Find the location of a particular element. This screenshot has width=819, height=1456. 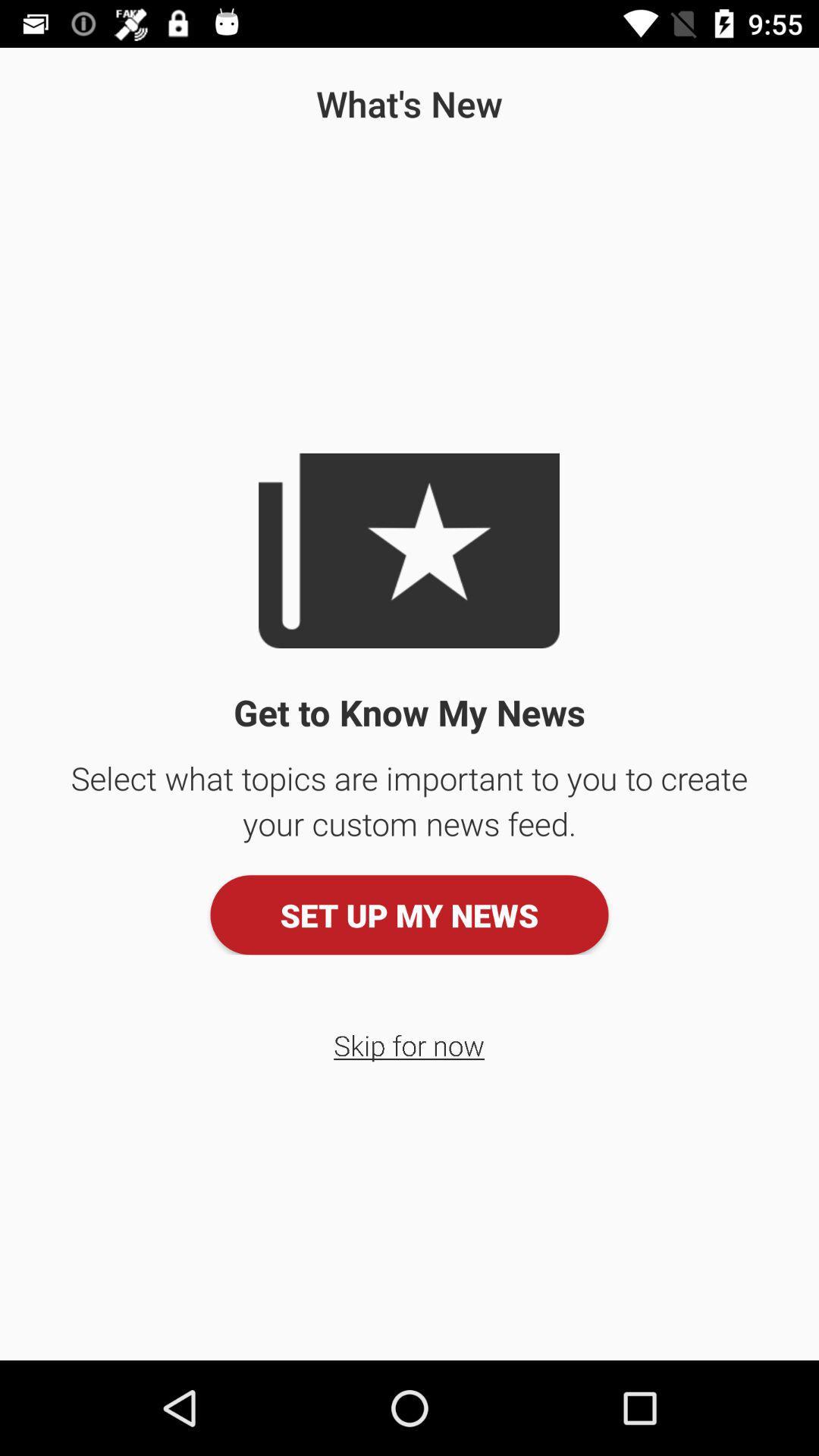

button below set up my icon is located at coordinates (408, 1044).